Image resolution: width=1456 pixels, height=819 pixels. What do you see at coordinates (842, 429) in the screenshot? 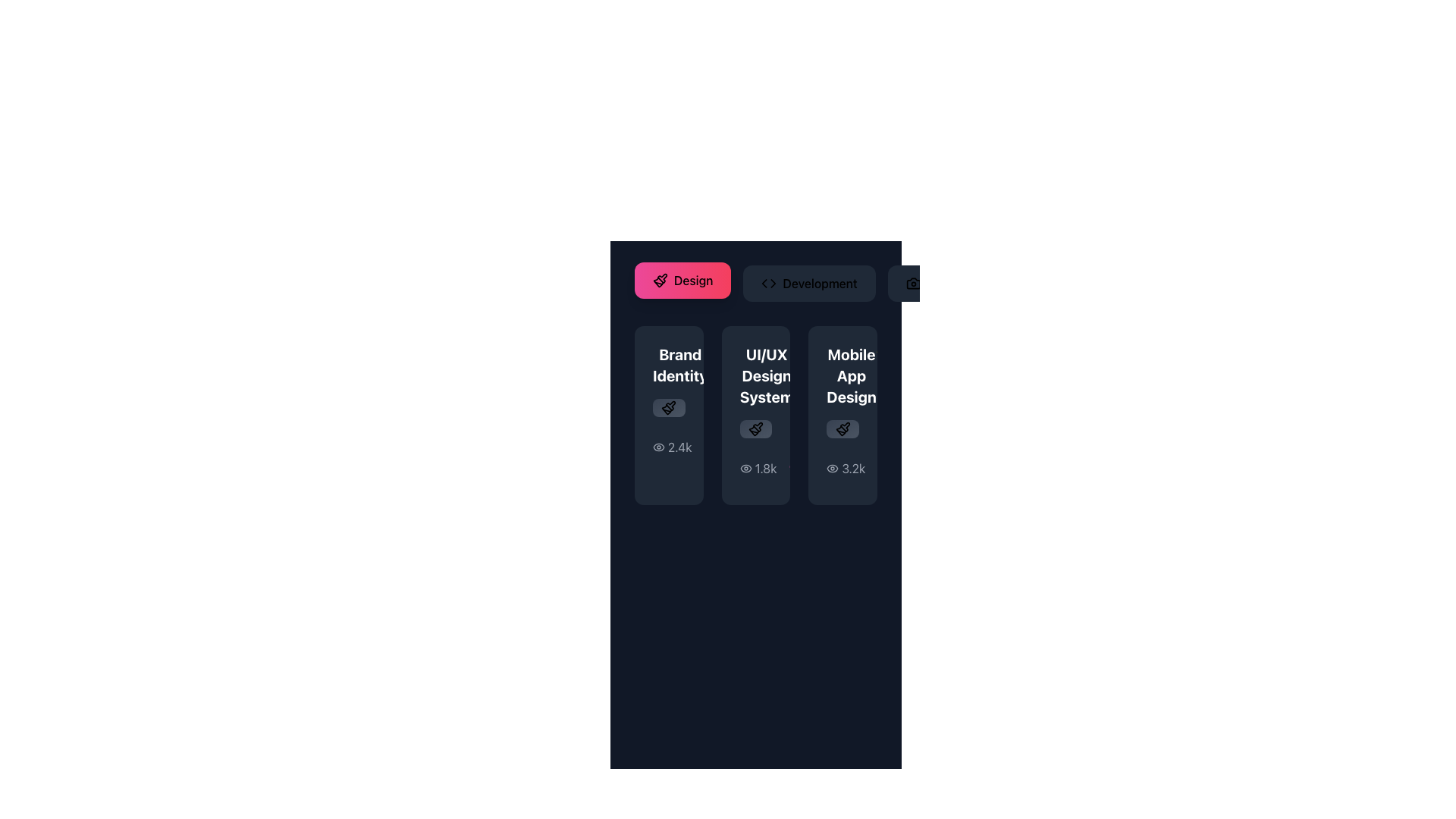
I see `the design-related icon, which is a small rounded rectangle with a gradient background and a black paintbrush-style icon, located in the third segment of the 'Mobile App Design' cards` at bounding box center [842, 429].